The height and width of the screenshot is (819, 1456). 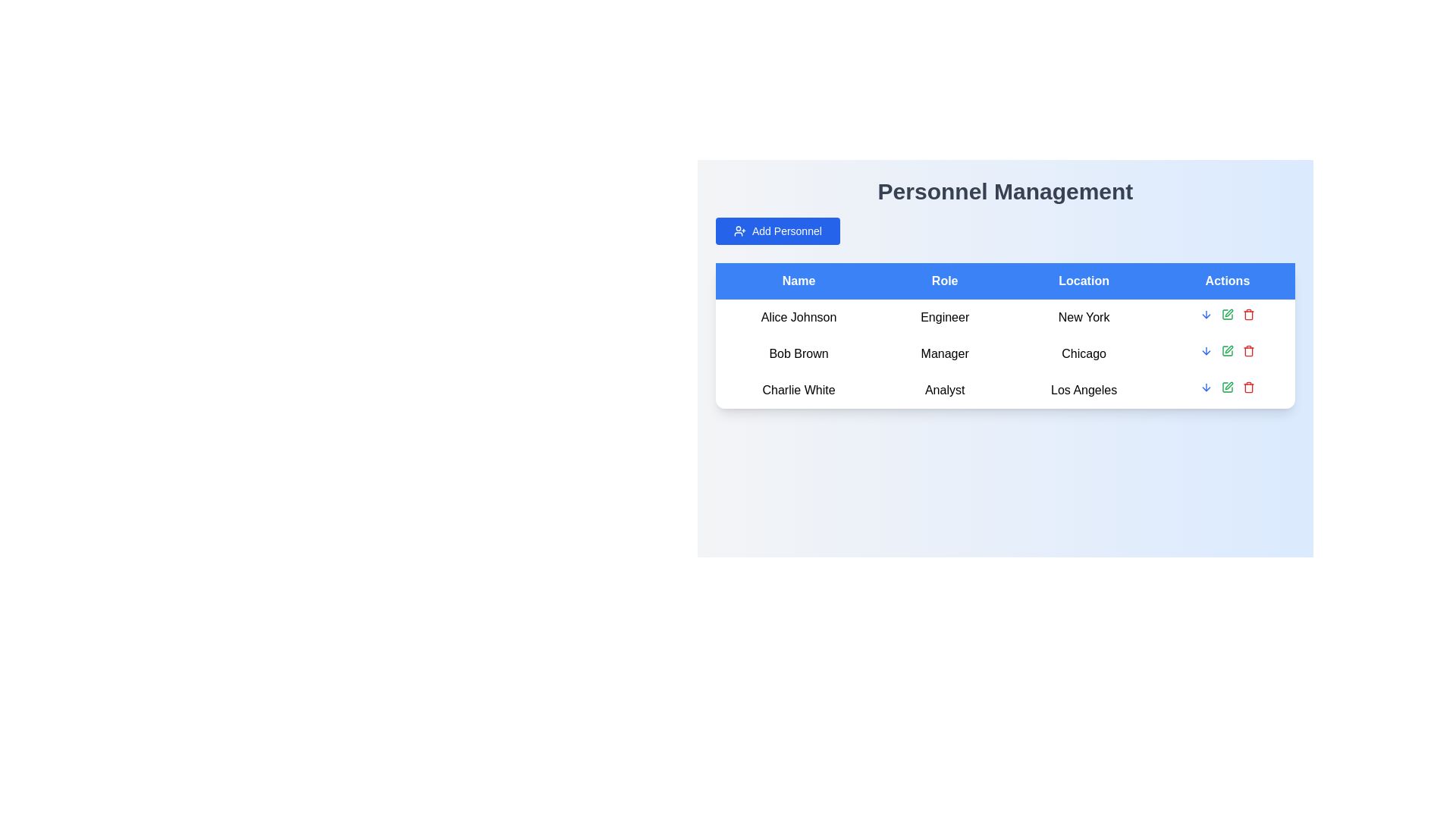 What do you see at coordinates (798, 353) in the screenshot?
I see `the 'Bob Brown' text label in the personnel management table, which is located in the second row and first column under the 'Name' header` at bounding box center [798, 353].